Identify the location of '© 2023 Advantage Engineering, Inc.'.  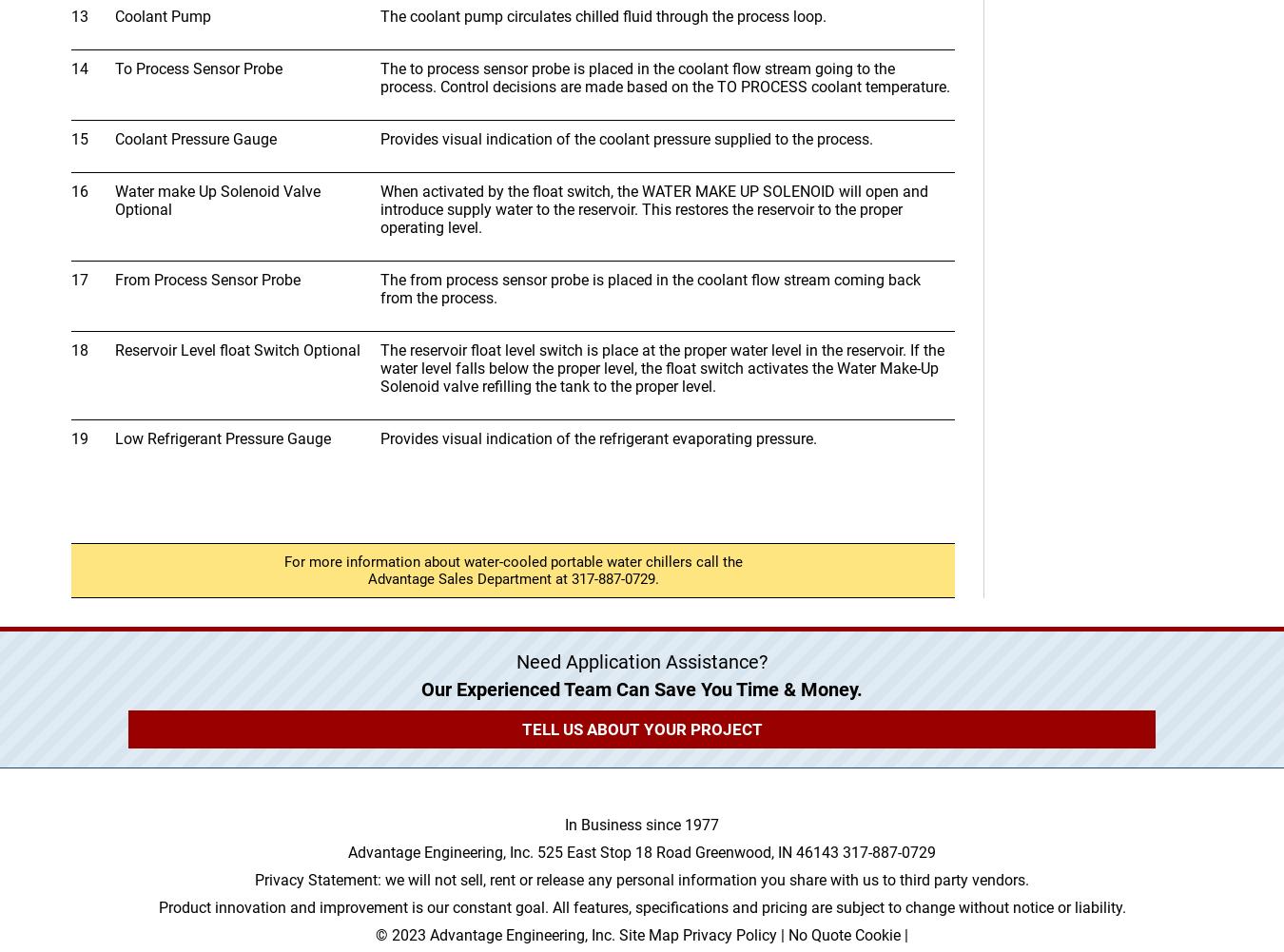
(496, 934).